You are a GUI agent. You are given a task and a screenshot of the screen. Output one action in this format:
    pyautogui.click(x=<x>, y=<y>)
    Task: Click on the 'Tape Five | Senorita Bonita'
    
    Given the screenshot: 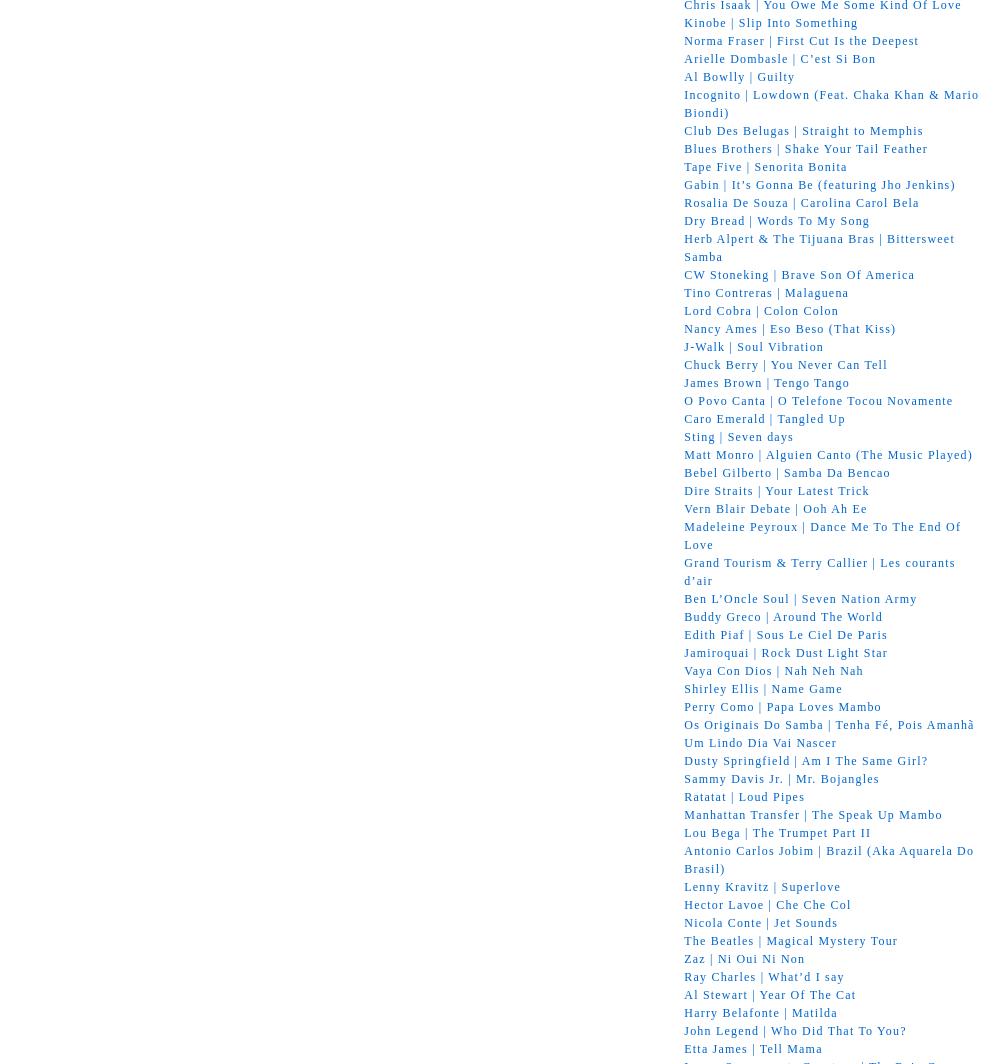 What is the action you would take?
    pyautogui.click(x=765, y=165)
    